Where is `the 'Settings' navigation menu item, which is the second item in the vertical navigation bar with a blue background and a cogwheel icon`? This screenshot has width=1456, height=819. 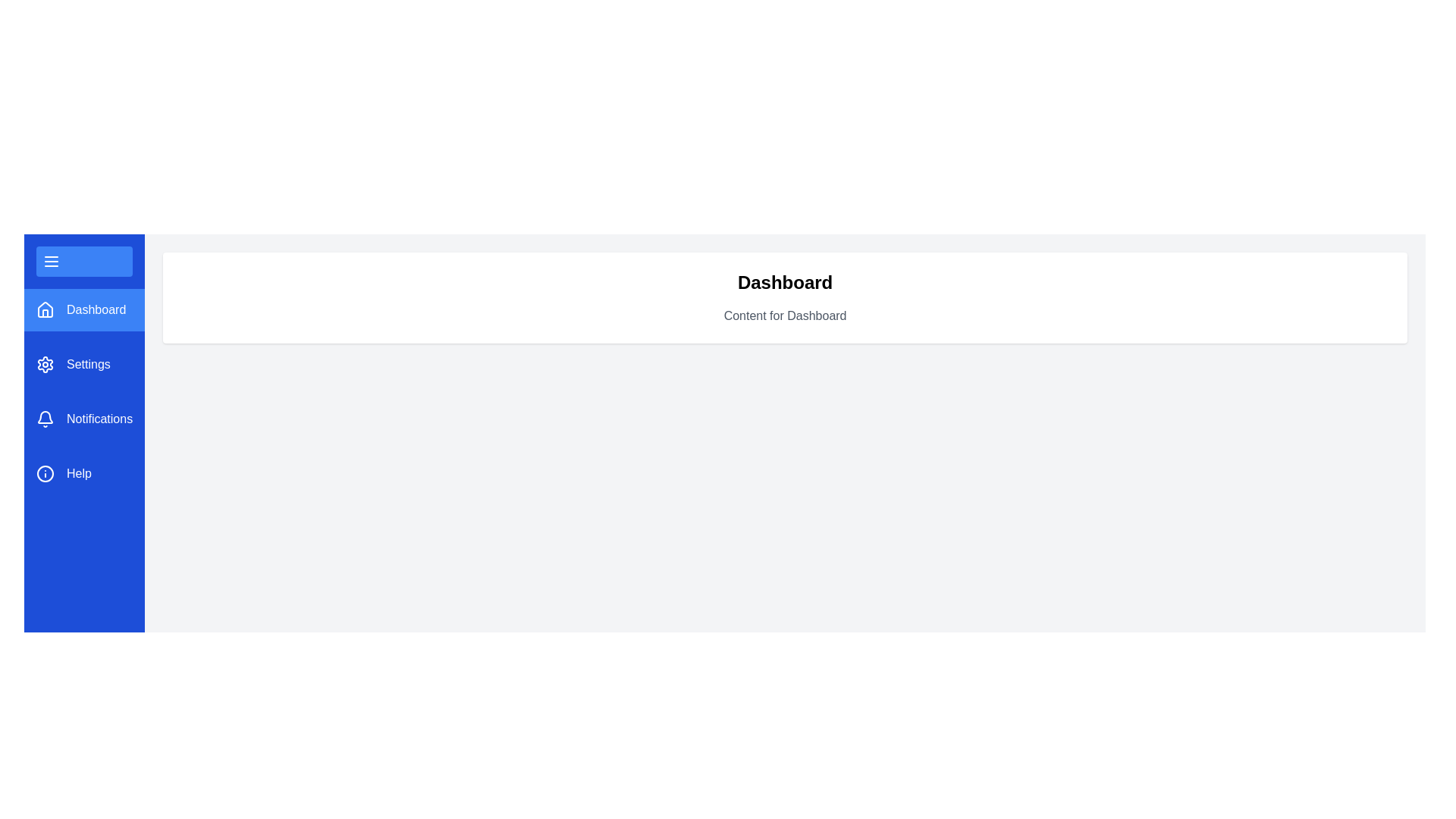 the 'Settings' navigation menu item, which is the second item in the vertical navigation bar with a blue background and a cogwheel icon is located at coordinates (83, 365).